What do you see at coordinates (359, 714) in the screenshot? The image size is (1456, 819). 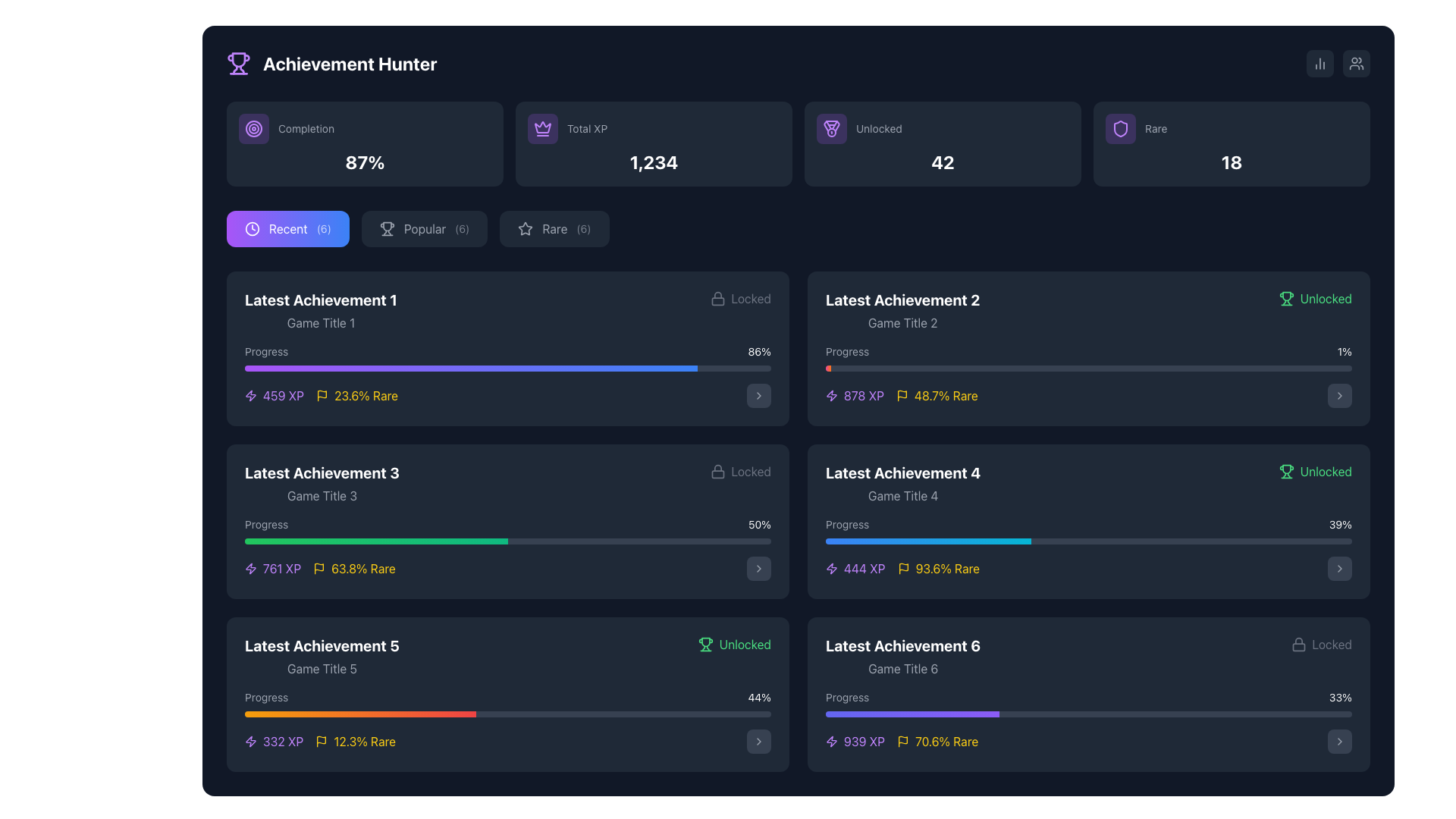 I see `the filled portion of the progress bar indicating the completion for 'Latest Achievement 5'` at bounding box center [359, 714].